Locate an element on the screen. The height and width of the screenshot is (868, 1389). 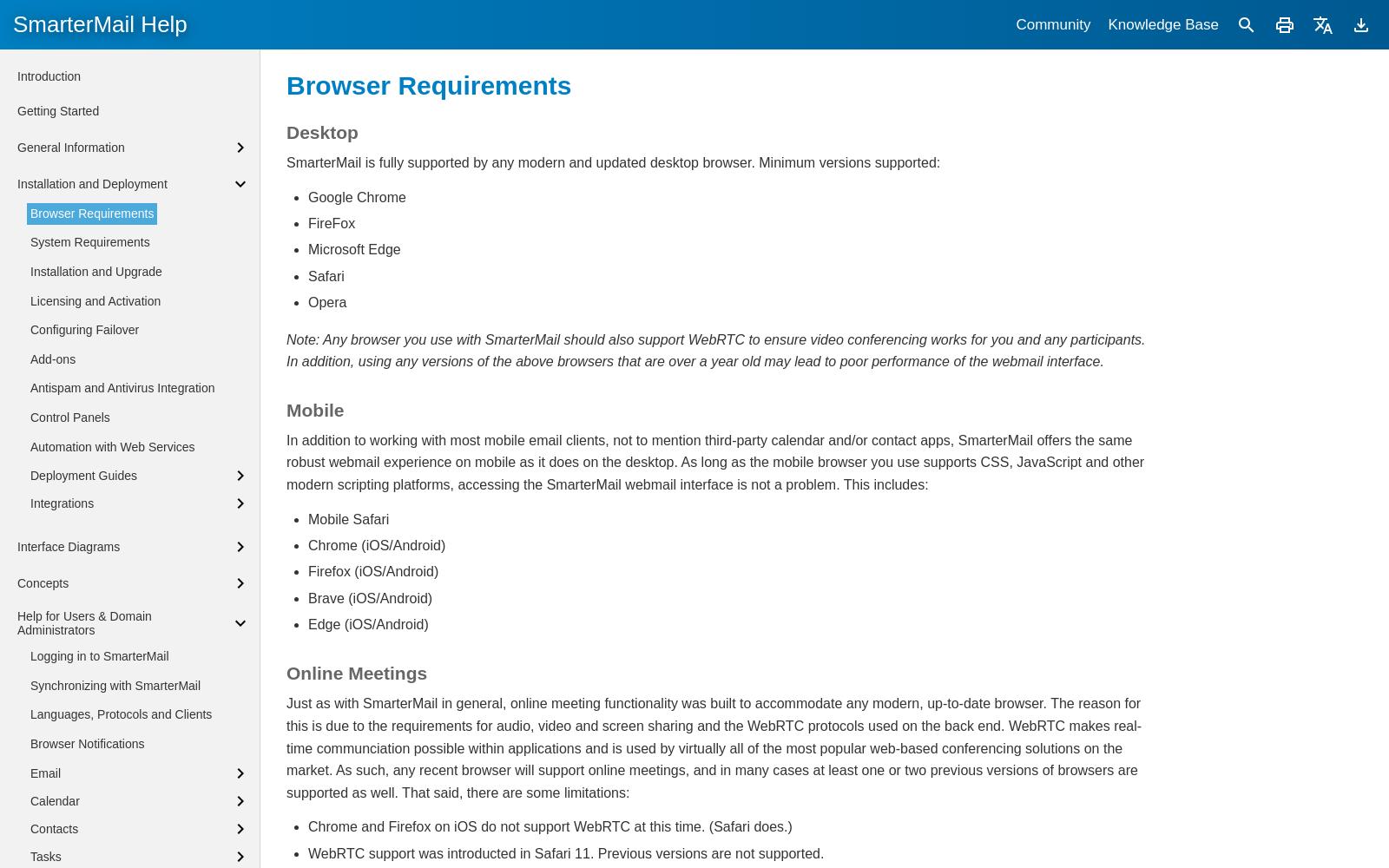
'Email' is located at coordinates (44, 773).